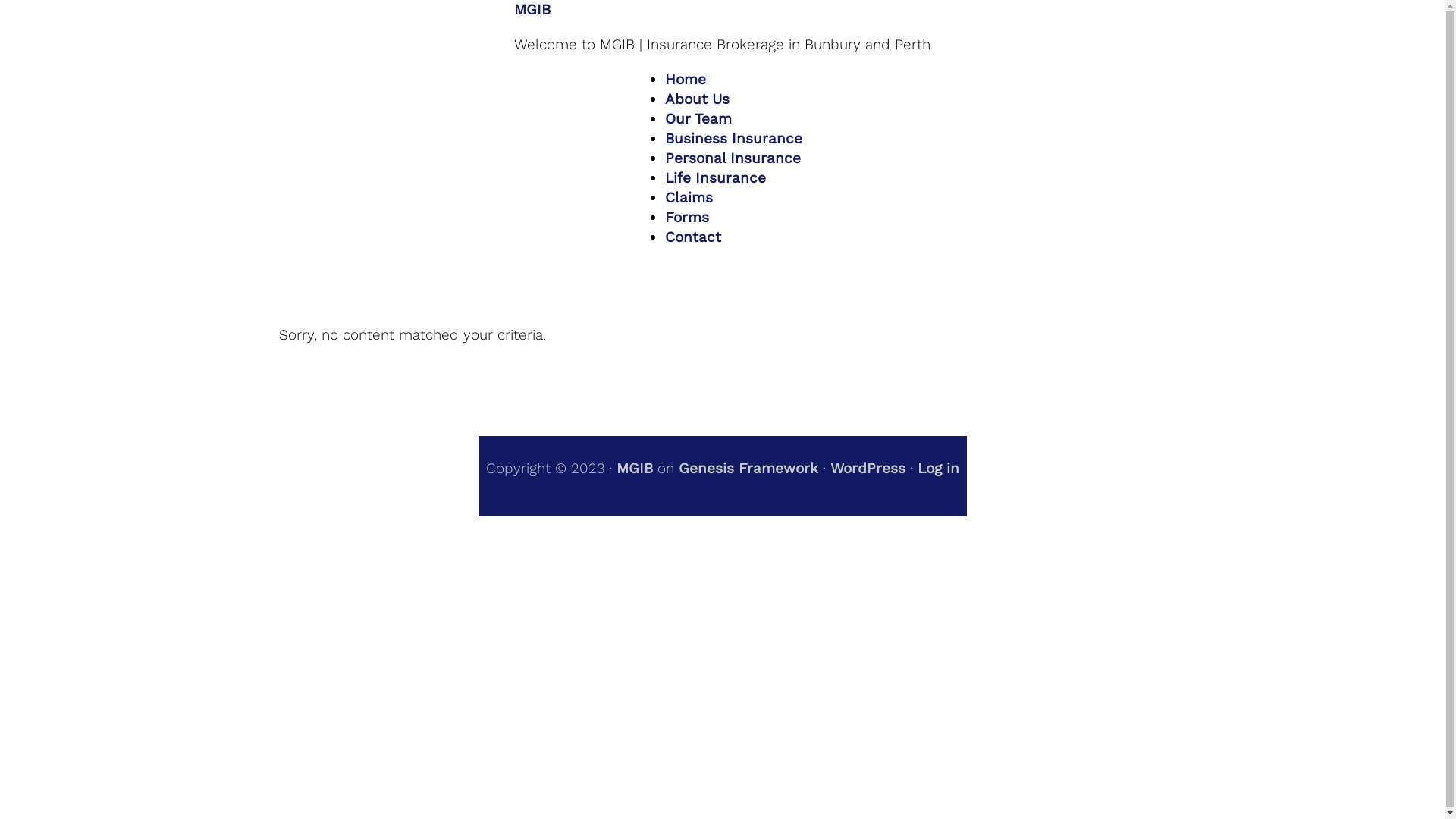 This screenshot has width=1456, height=819. Describe the element at coordinates (692, 237) in the screenshot. I see `'Contact'` at that location.